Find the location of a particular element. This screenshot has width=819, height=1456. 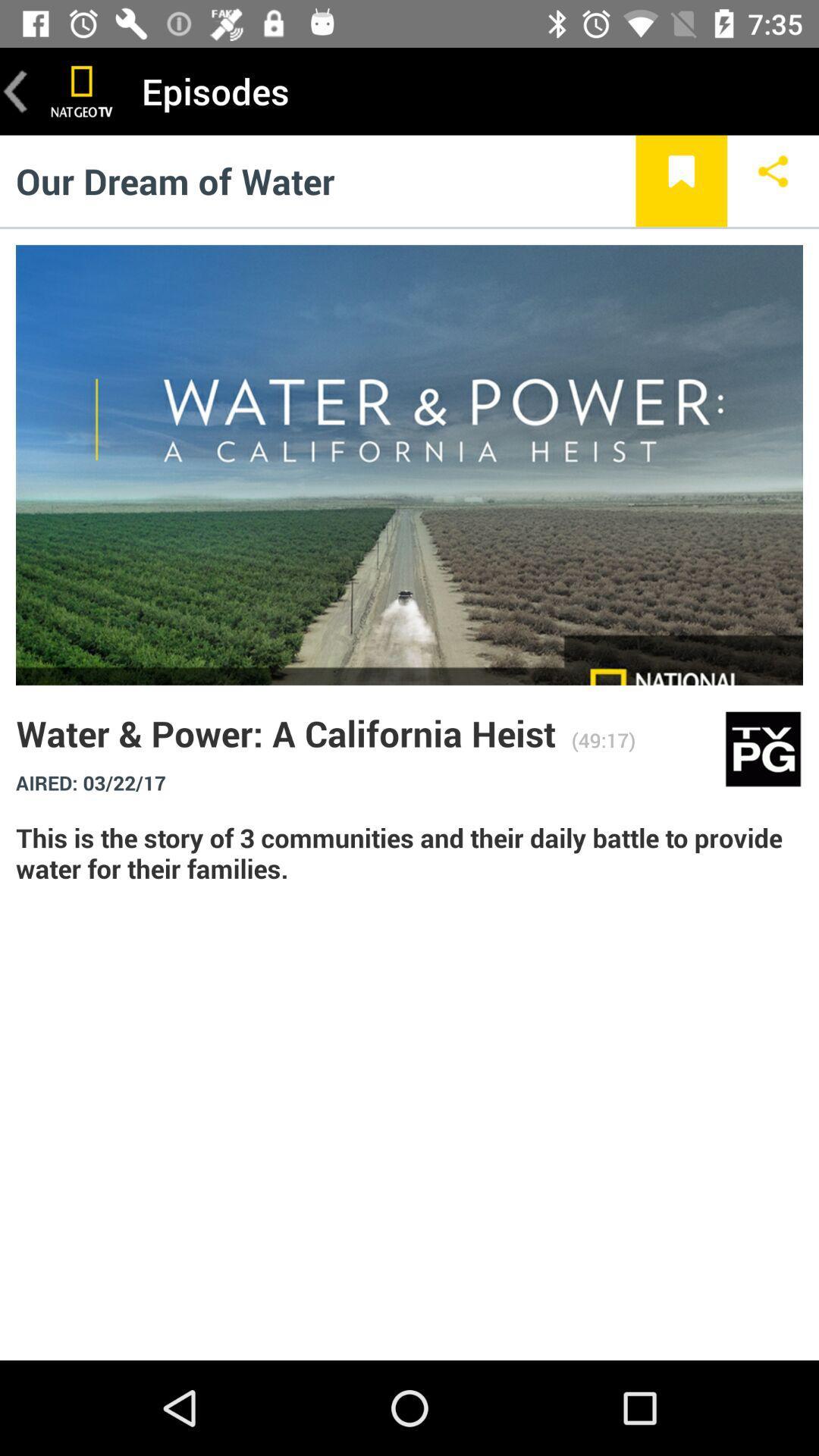

natgeotv is located at coordinates (82, 90).